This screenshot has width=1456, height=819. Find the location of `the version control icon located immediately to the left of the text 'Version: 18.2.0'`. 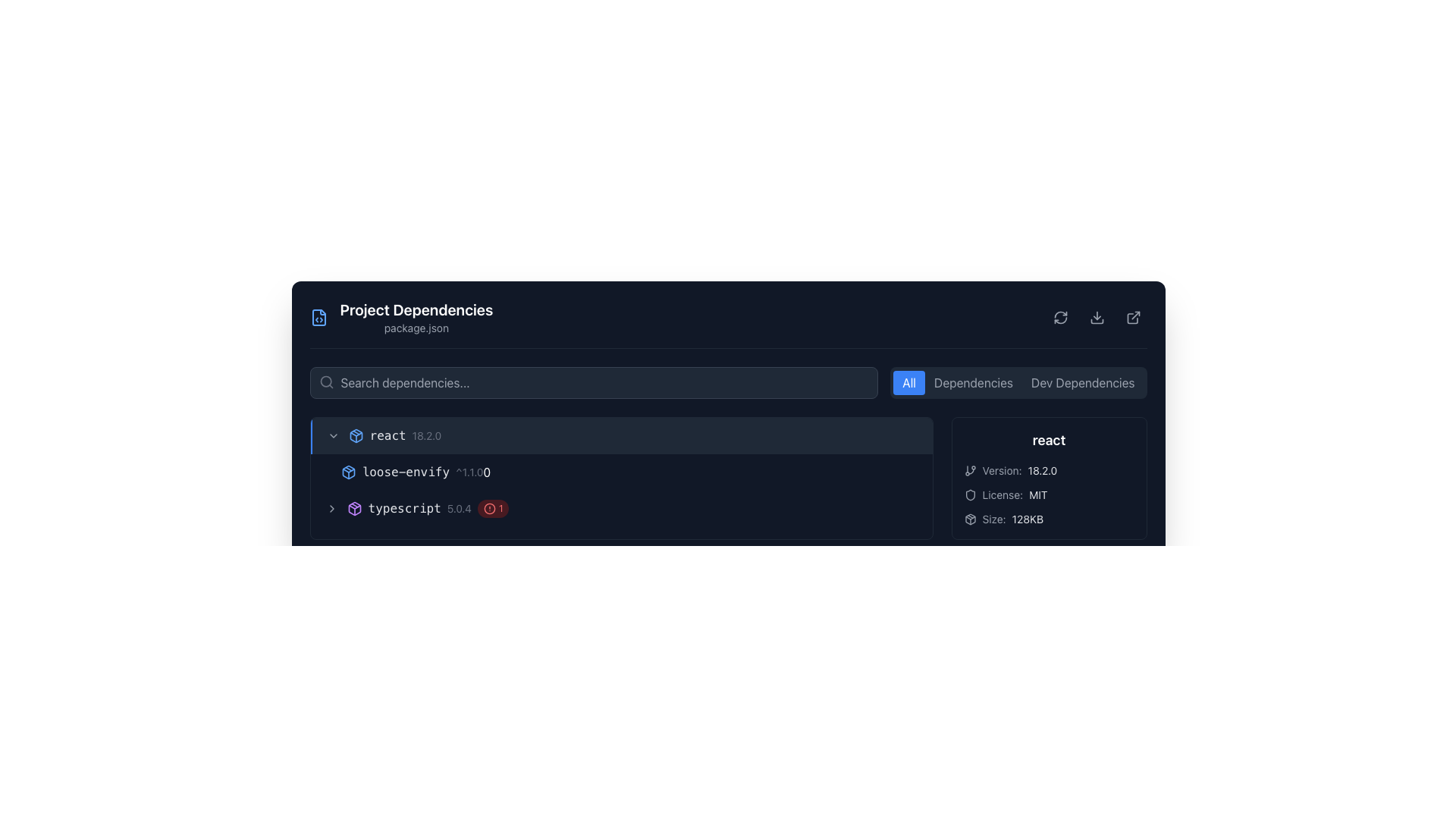

the version control icon located immediately to the left of the text 'Version: 18.2.0' is located at coordinates (969, 470).